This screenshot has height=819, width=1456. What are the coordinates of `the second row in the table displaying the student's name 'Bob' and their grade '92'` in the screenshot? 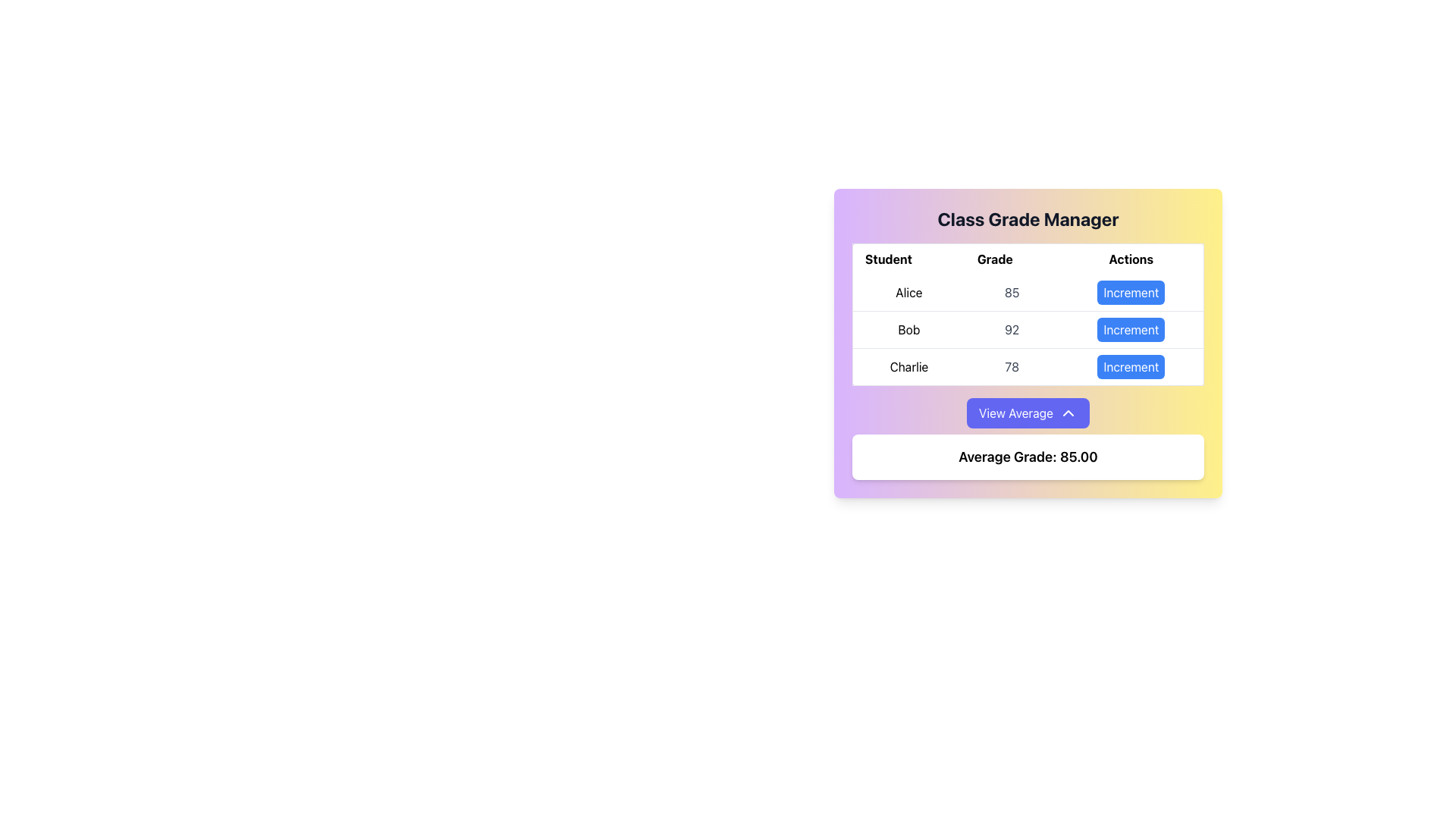 It's located at (1028, 343).